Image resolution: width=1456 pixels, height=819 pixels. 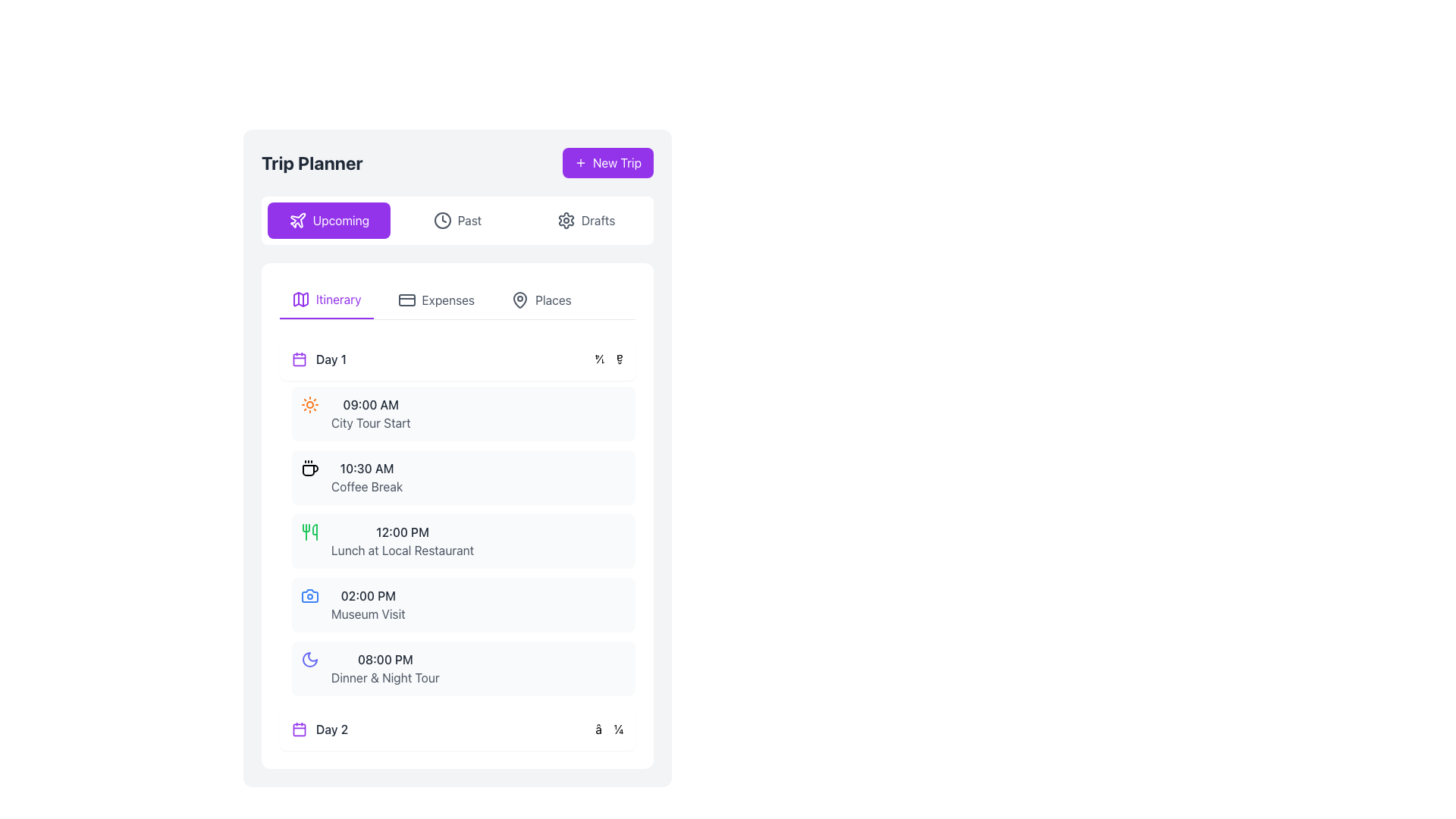 I want to click on the 'Drafts' button, which is a rectangular button with rounded corners, displaying a gear icon and gray text on a white background, so click(x=585, y=220).